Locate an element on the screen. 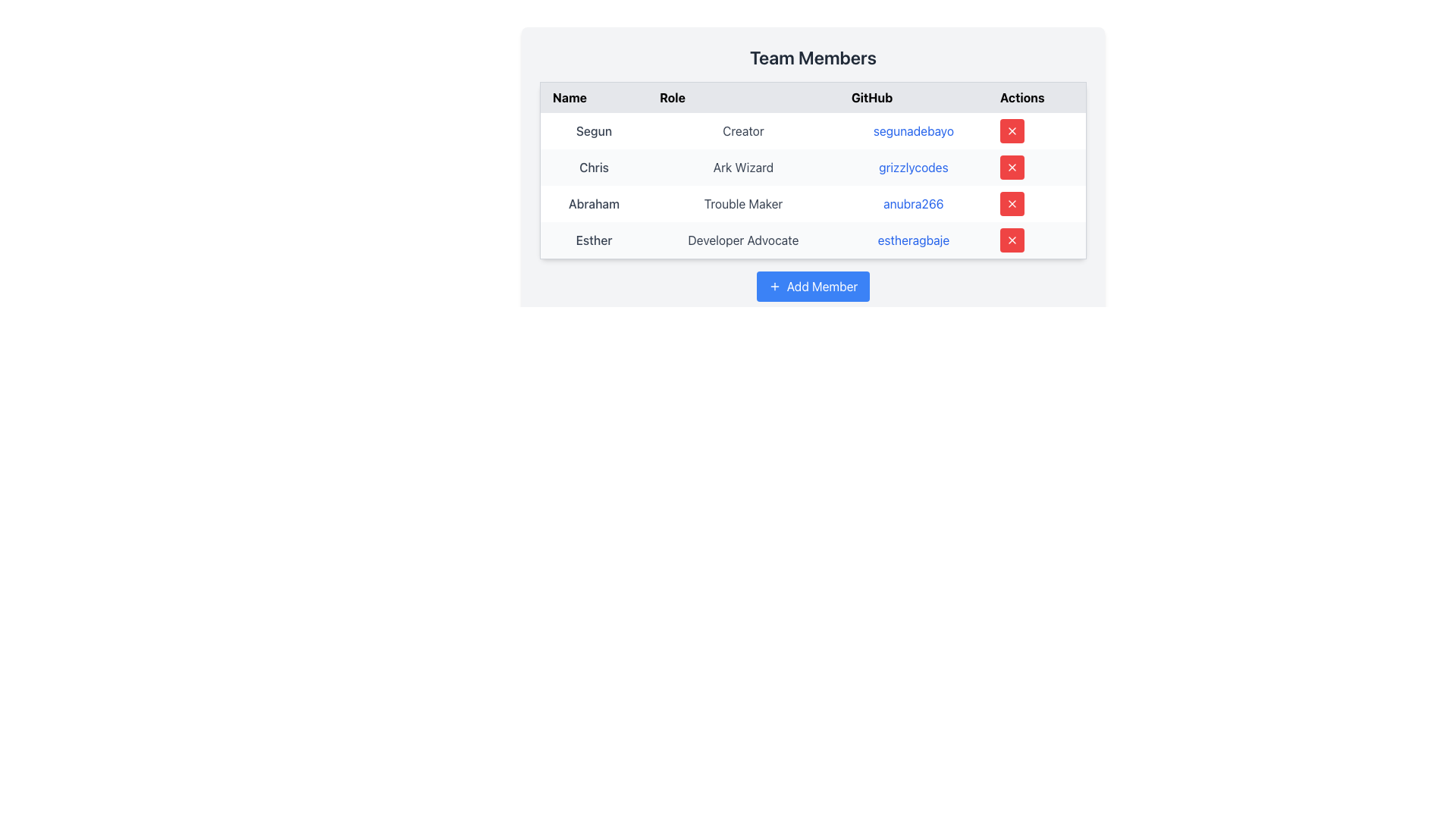 This screenshot has width=1456, height=819. the last row in the 'Team Members' section of the table, which includes the name 'Esther', role 'Developer Advocate', GitHub username 'estheragbaje', and a red delete button with a white 'X' is located at coordinates (812, 240).